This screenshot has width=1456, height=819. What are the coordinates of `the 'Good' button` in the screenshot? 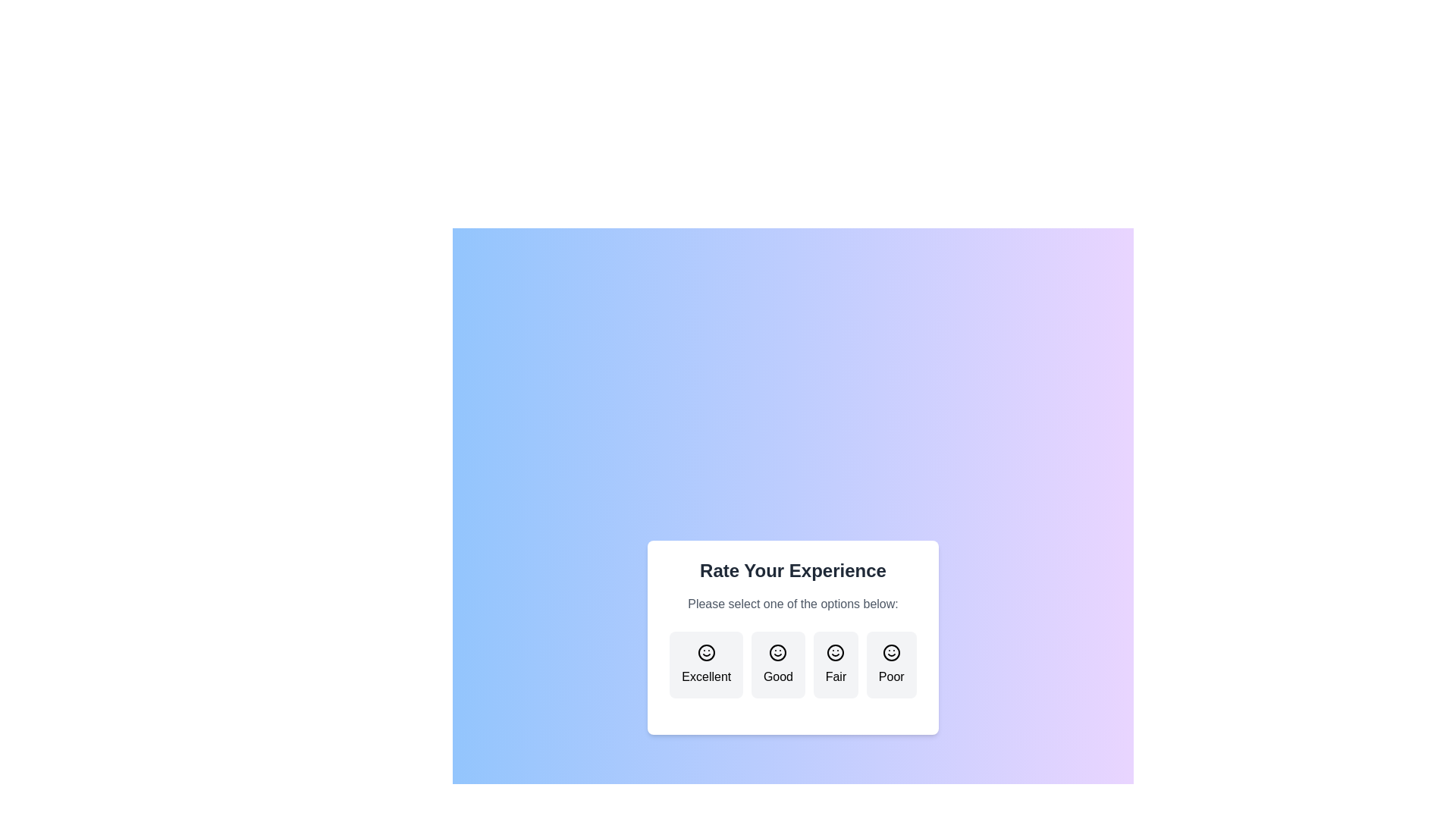 It's located at (792, 637).